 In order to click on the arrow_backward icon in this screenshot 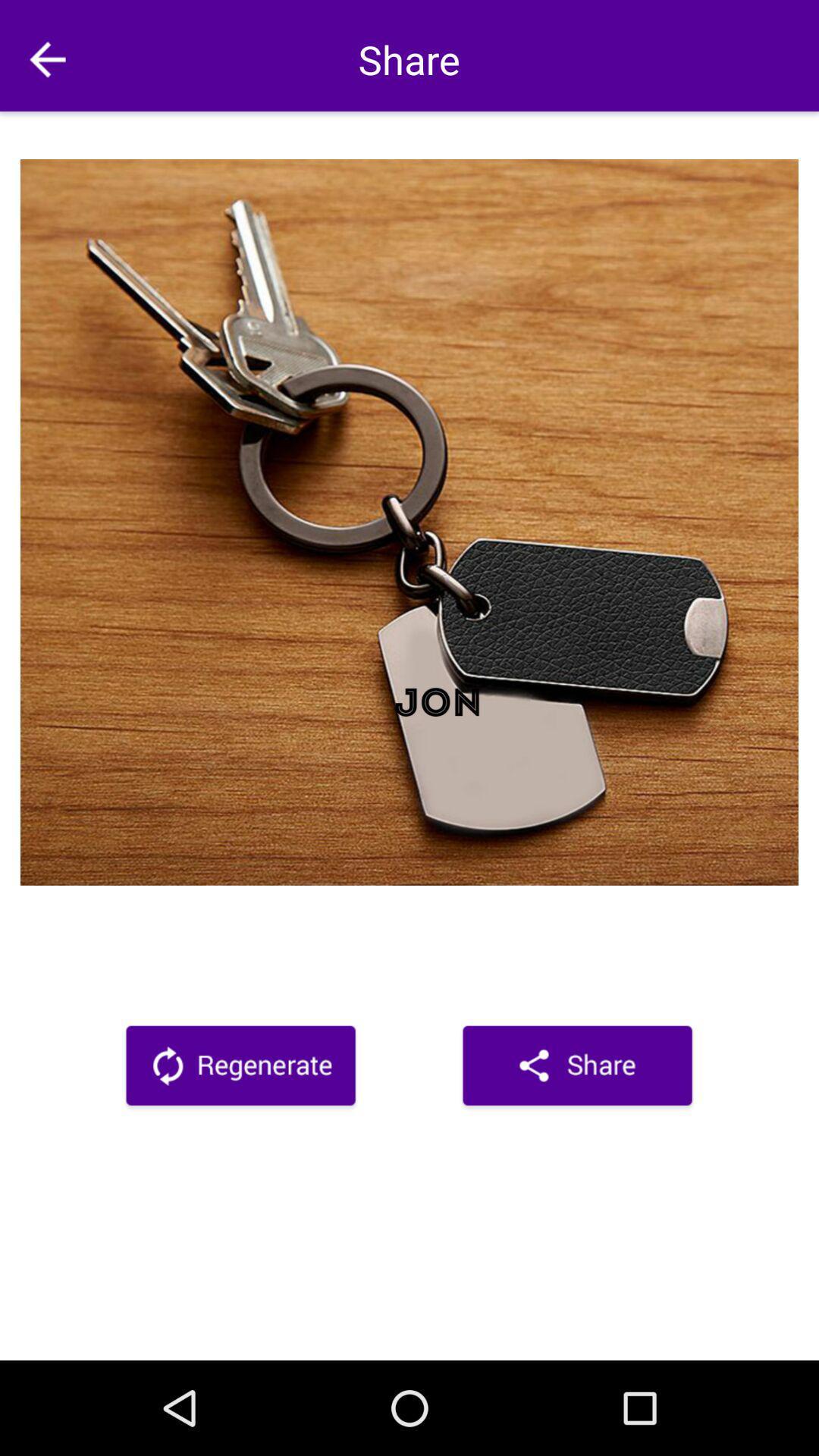, I will do `click(46, 63)`.